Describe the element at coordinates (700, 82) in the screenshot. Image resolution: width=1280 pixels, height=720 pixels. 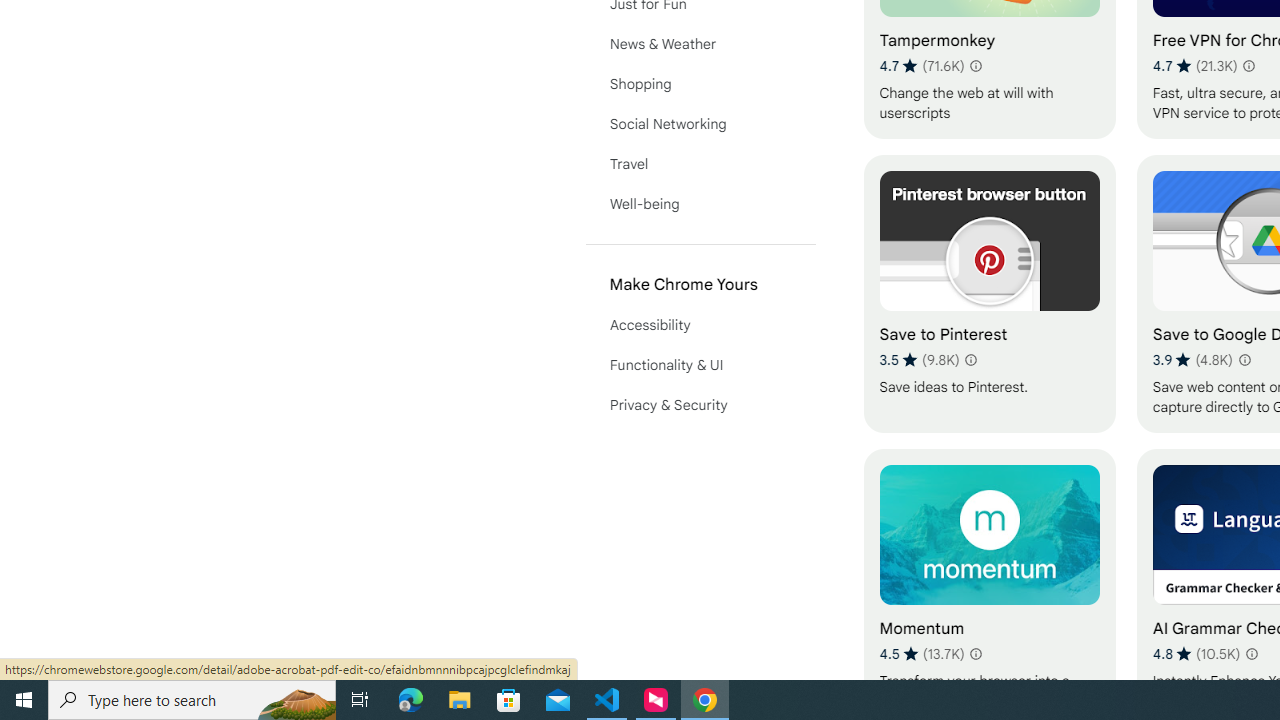
I see `'Shopping'` at that location.